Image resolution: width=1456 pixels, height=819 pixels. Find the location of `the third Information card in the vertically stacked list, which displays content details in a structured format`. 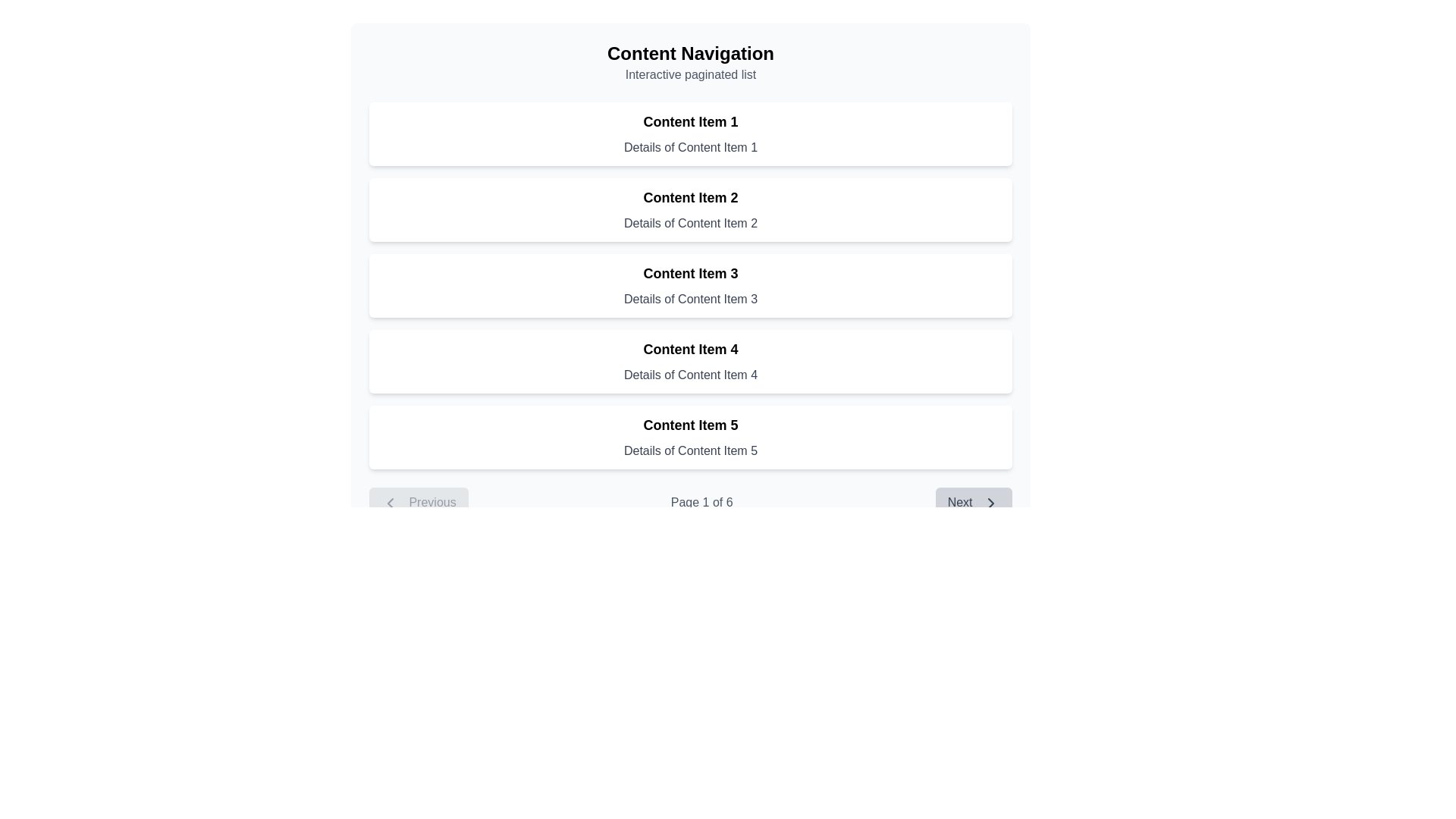

the third Information card in the vertically stacked list, which displays content details in a structured format is located at coordinates (690, 286).